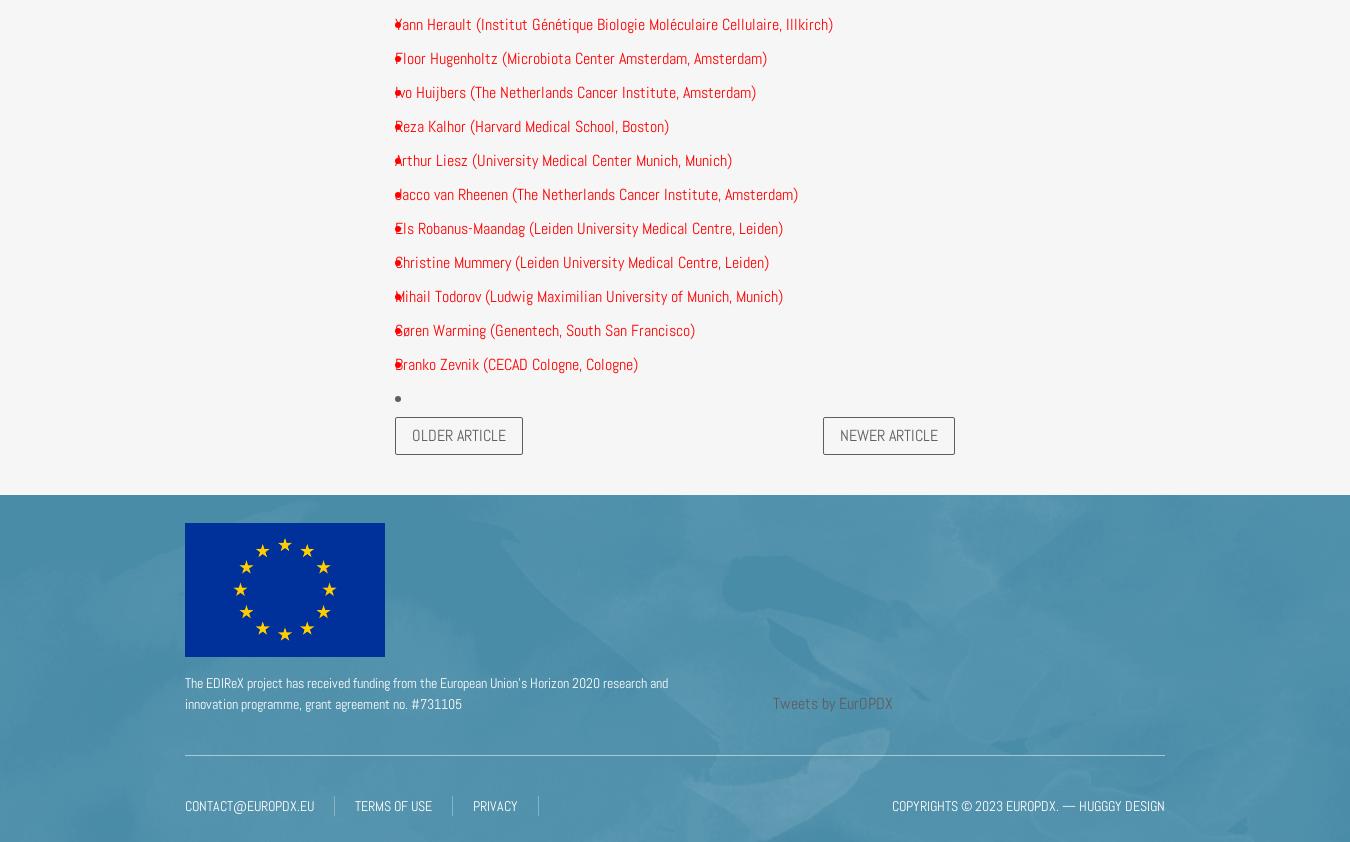 This screenshot has width=1350, height=842. Describe the element at coordinates (393, 805) in the screenshot. I see `'Terms of use'` at that location.